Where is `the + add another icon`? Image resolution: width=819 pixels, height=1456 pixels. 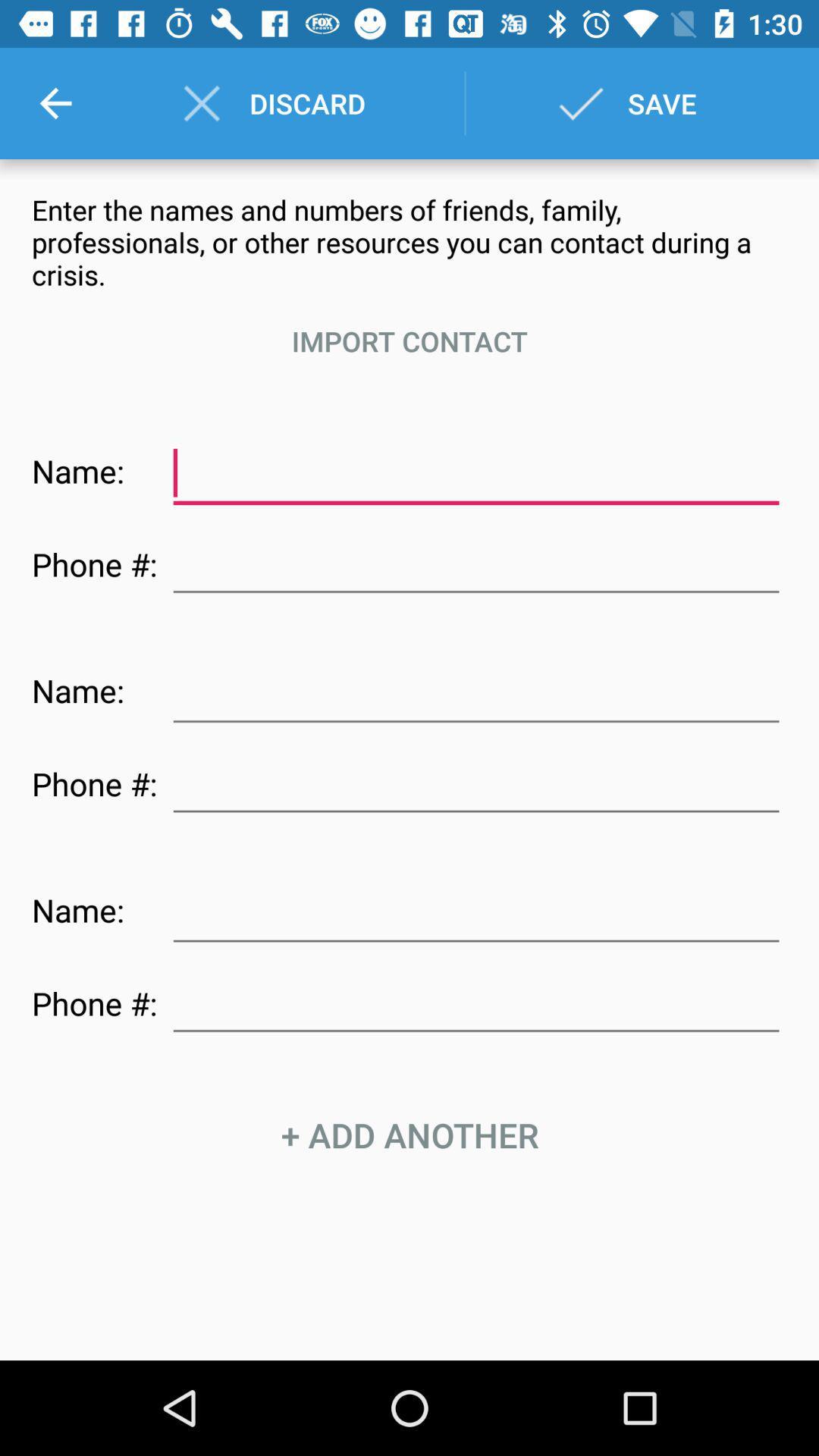 the + add another icon is located at coordinates (409, 1135).